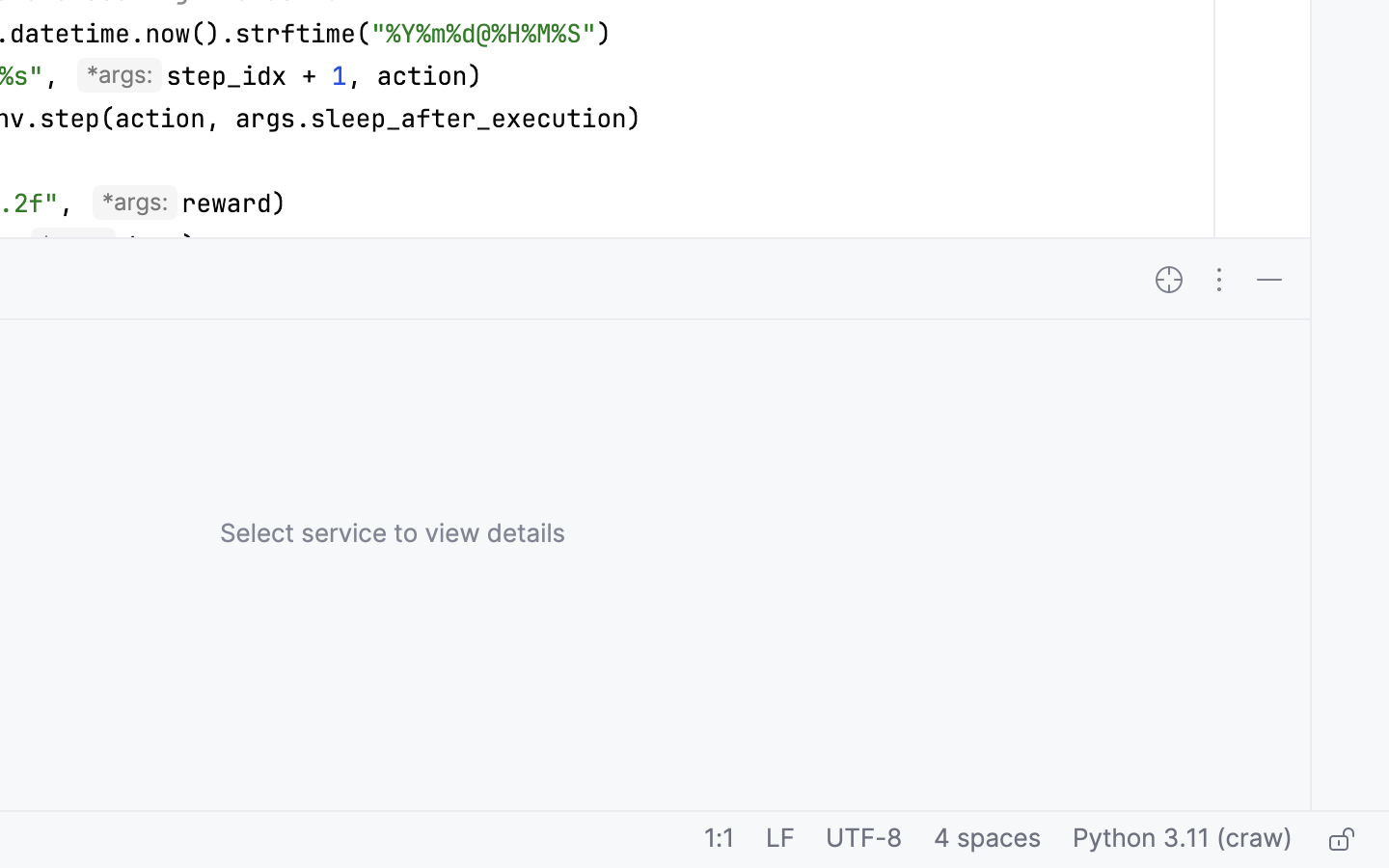 The height and width of the screenshot is (868, 1389). Describe the element at coordinates (719, 840) in the screenshot. I see `'1:1'` at that location.